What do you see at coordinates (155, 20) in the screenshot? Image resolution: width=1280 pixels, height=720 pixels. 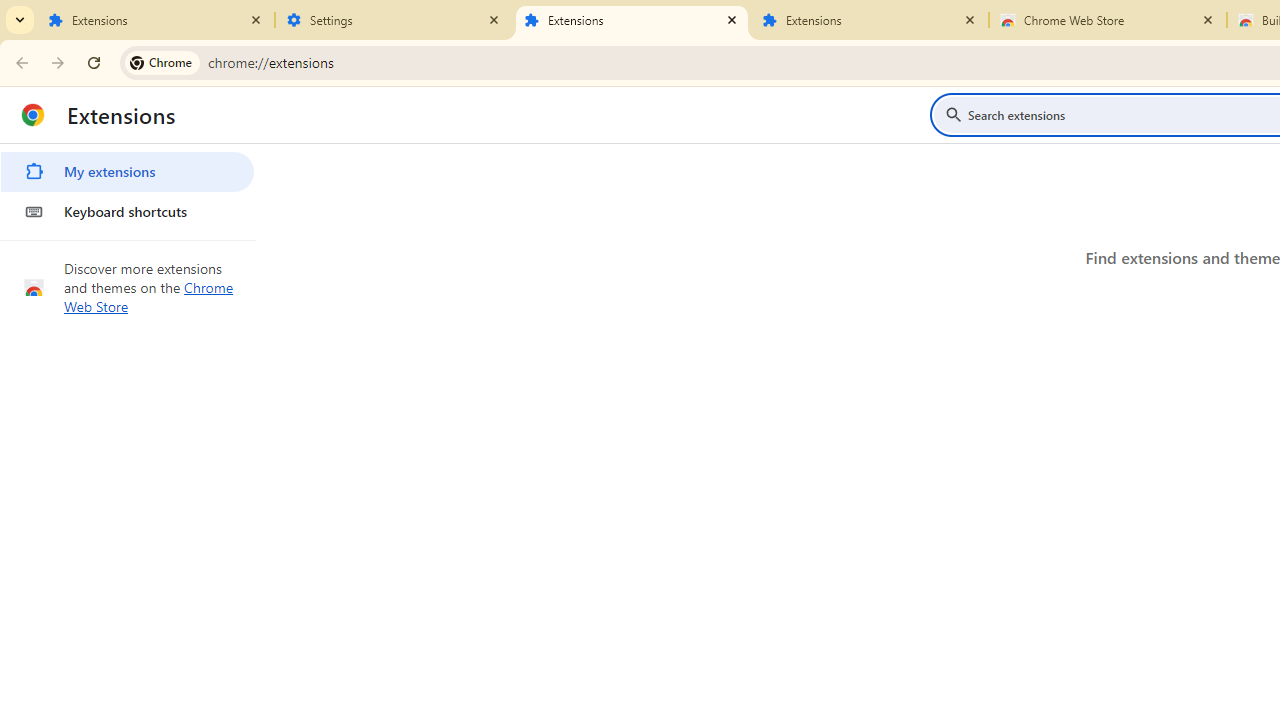 I see `'Extensions'` at bounding box center [155, 20].